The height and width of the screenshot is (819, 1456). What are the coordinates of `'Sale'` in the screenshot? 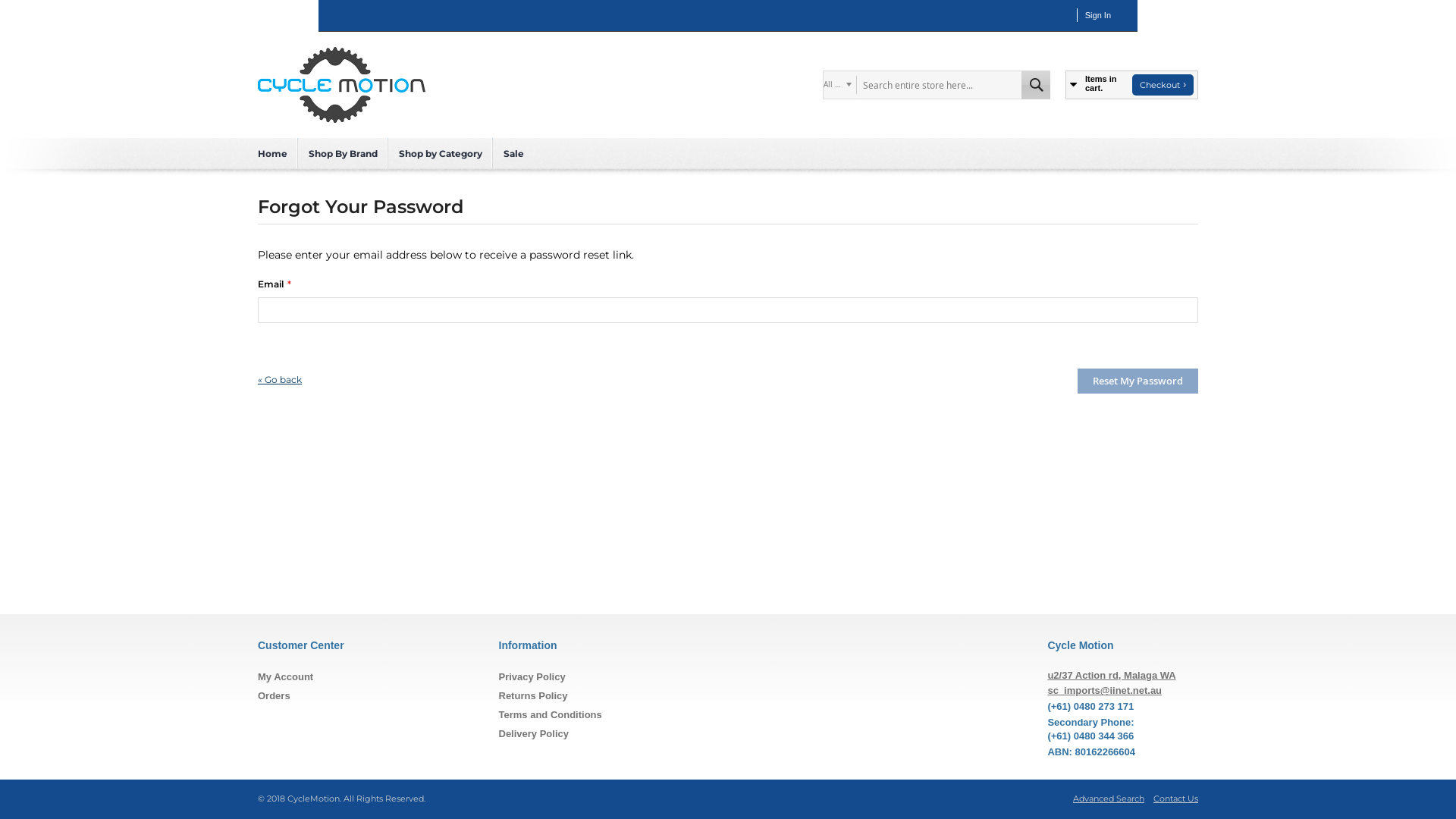 It's located at (513, 153).